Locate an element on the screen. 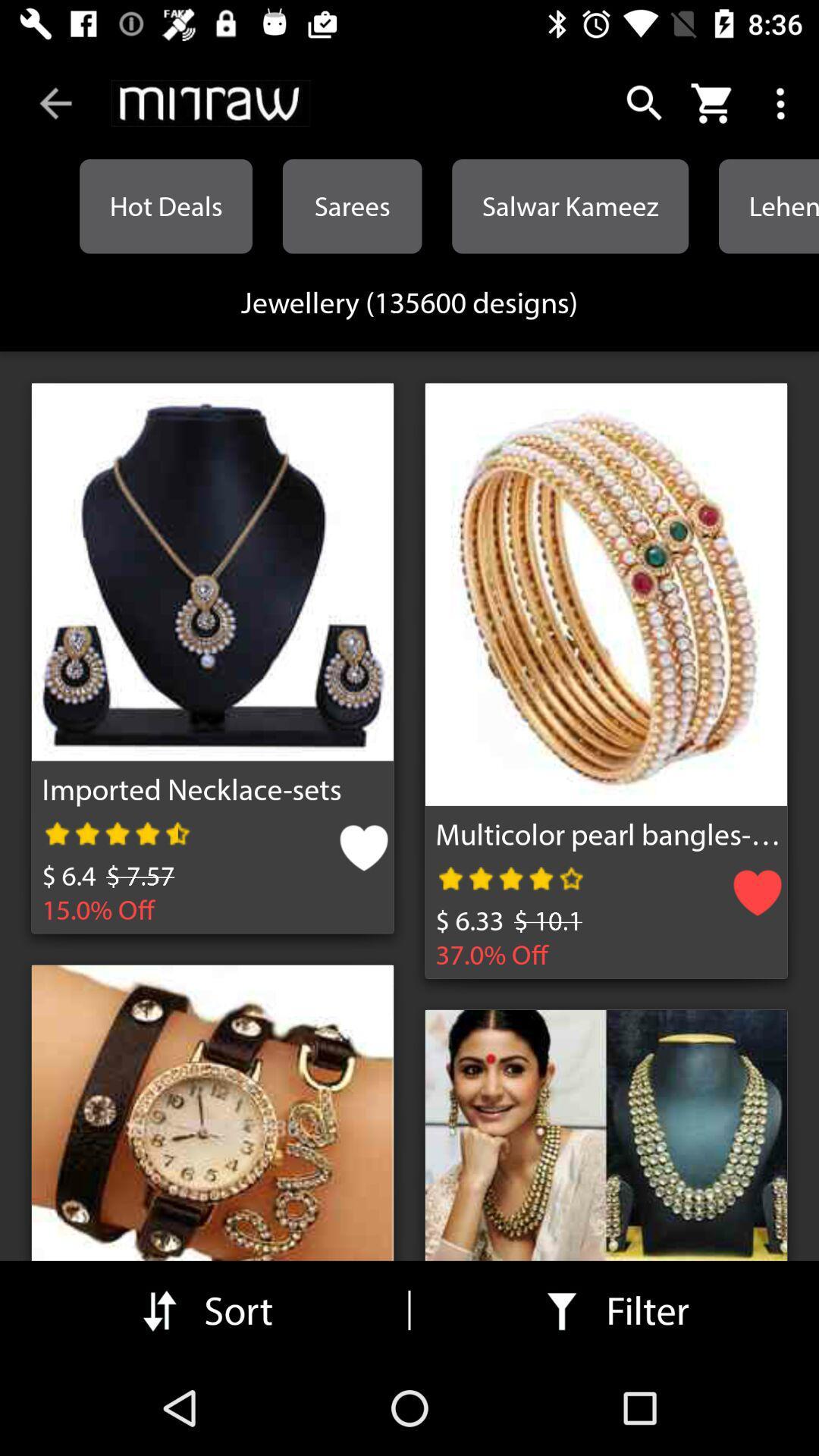 This screenshot has height=1456, width=819. the three vertical dots in the top right corner of the webpage is located at coordinates (783, 103).